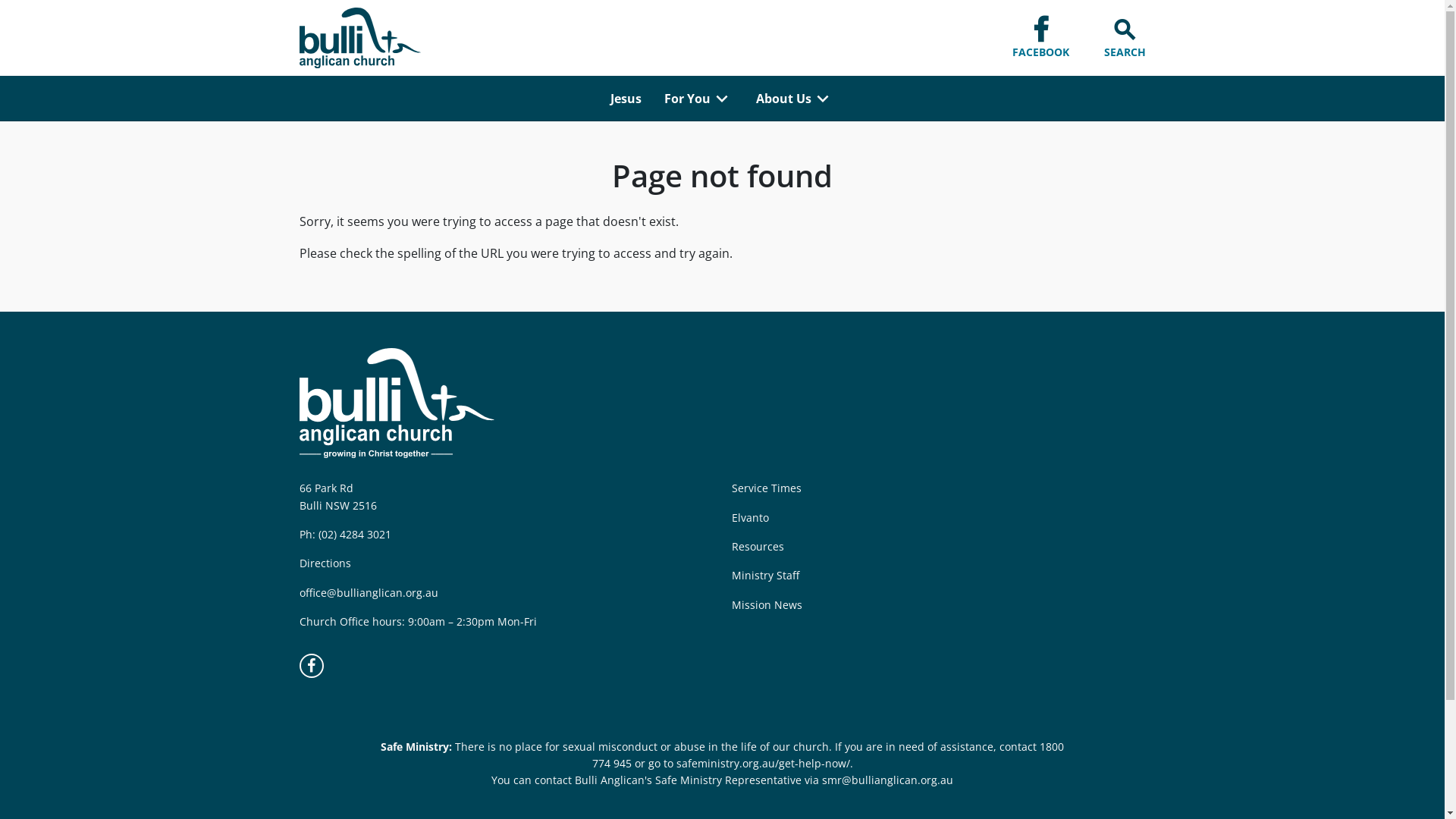 This screenshot has height=819, width=1456. I want to click on 'Resources', so click(757, 546).